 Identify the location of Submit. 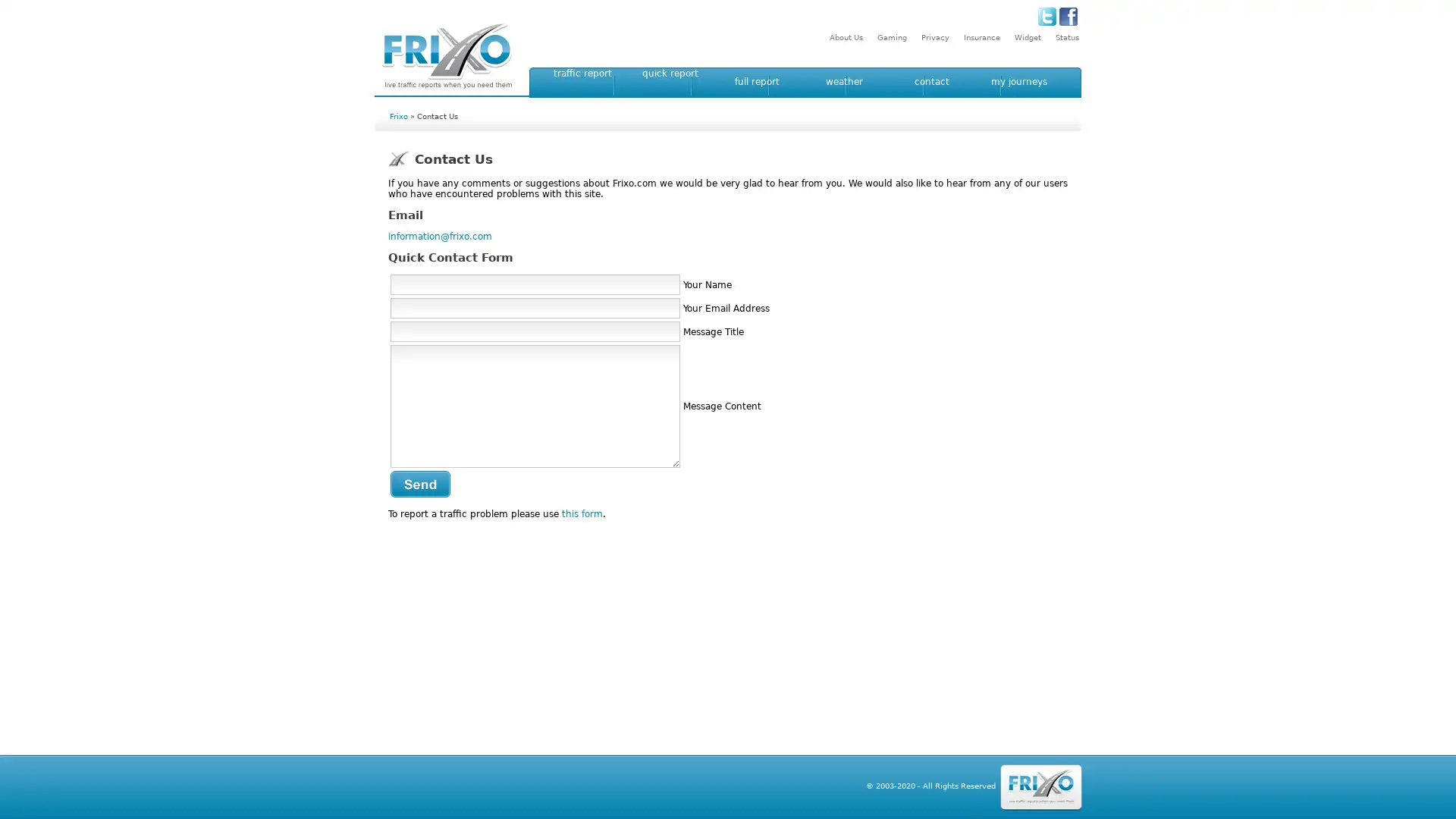
(420, 484).